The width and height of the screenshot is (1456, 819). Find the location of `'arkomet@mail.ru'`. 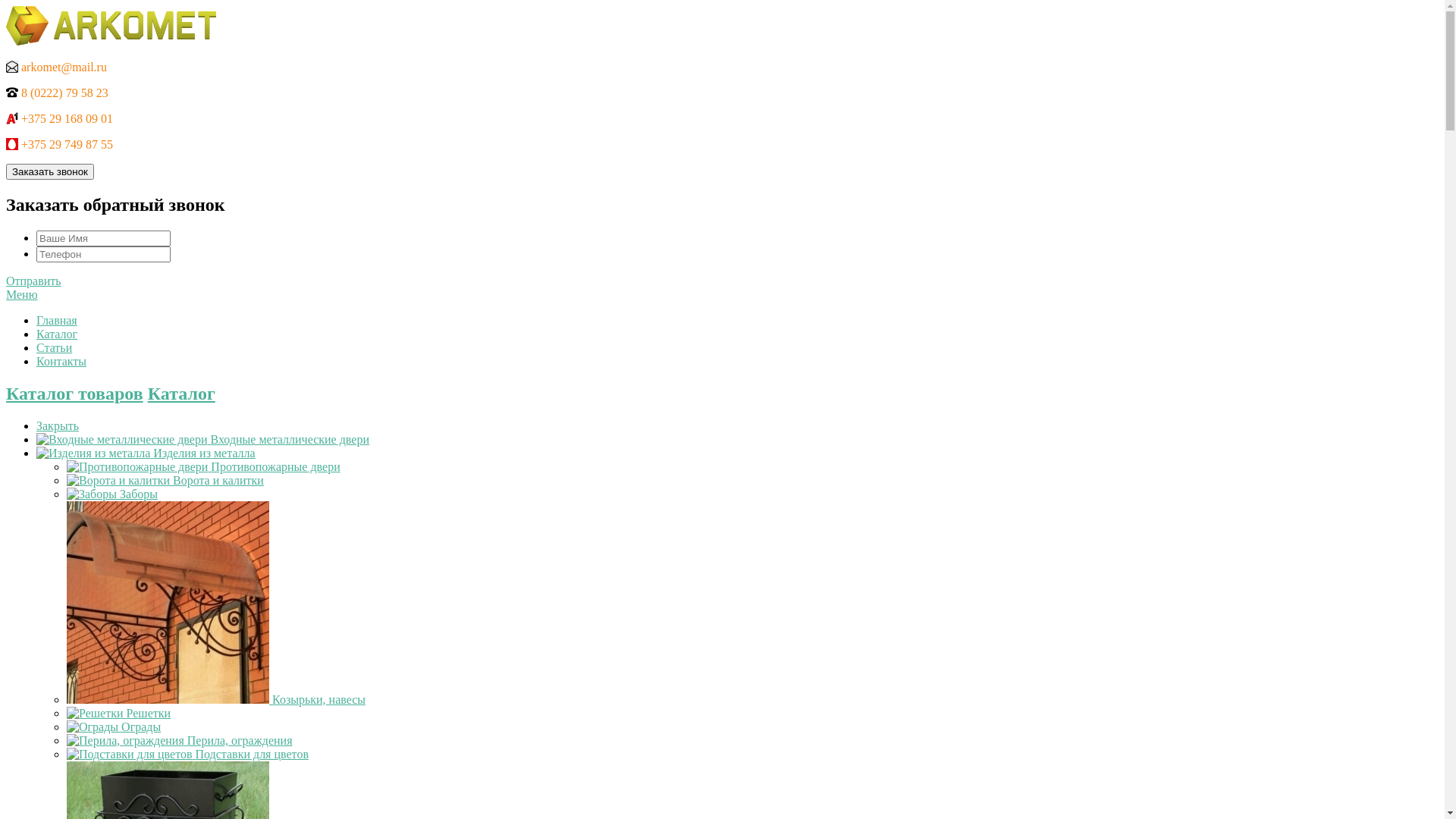

'arkomet@mail.ru' is located at coordinates (56, 66).